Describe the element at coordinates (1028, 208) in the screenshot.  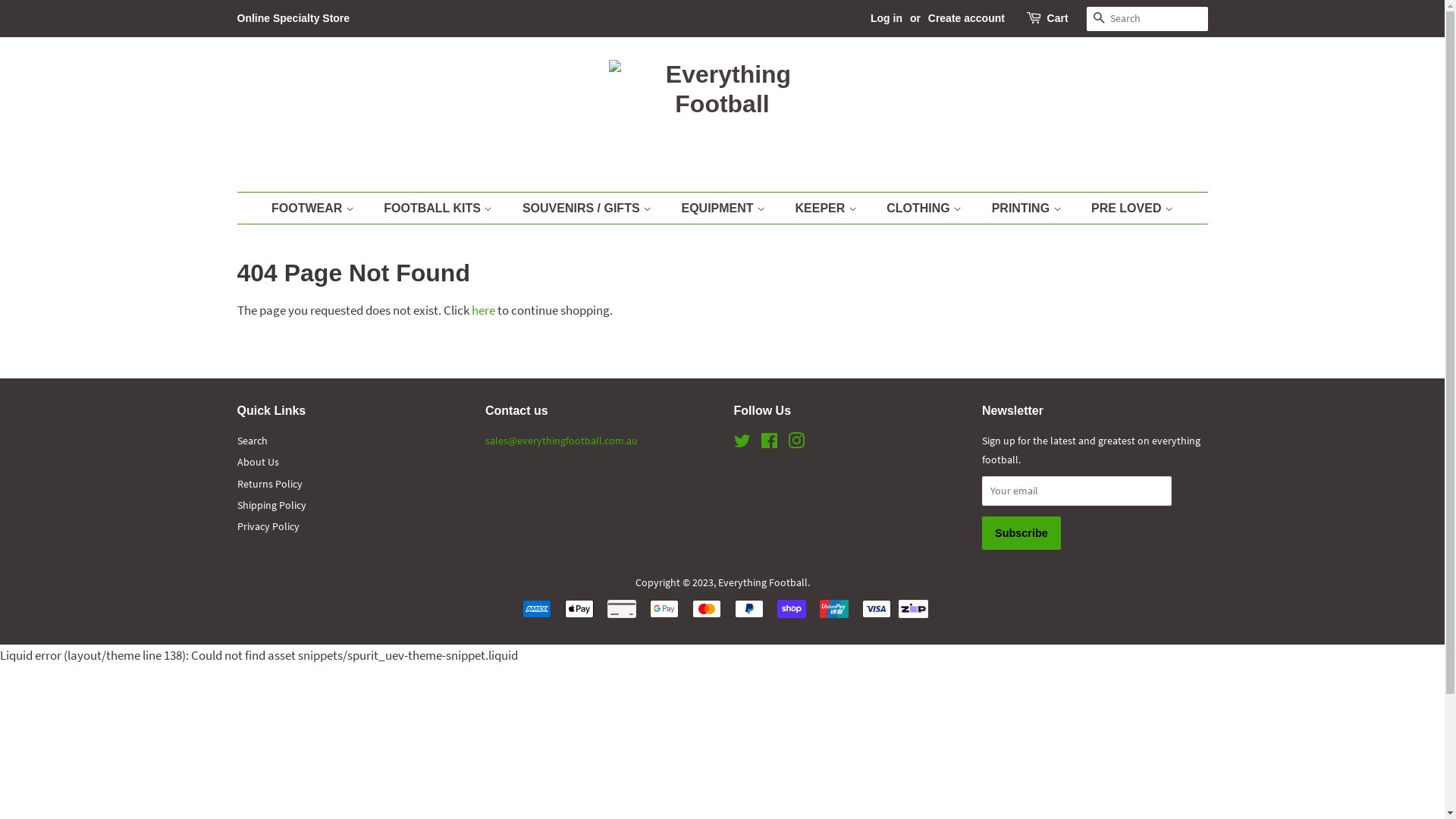
I see `'PRINTING'` at that location.